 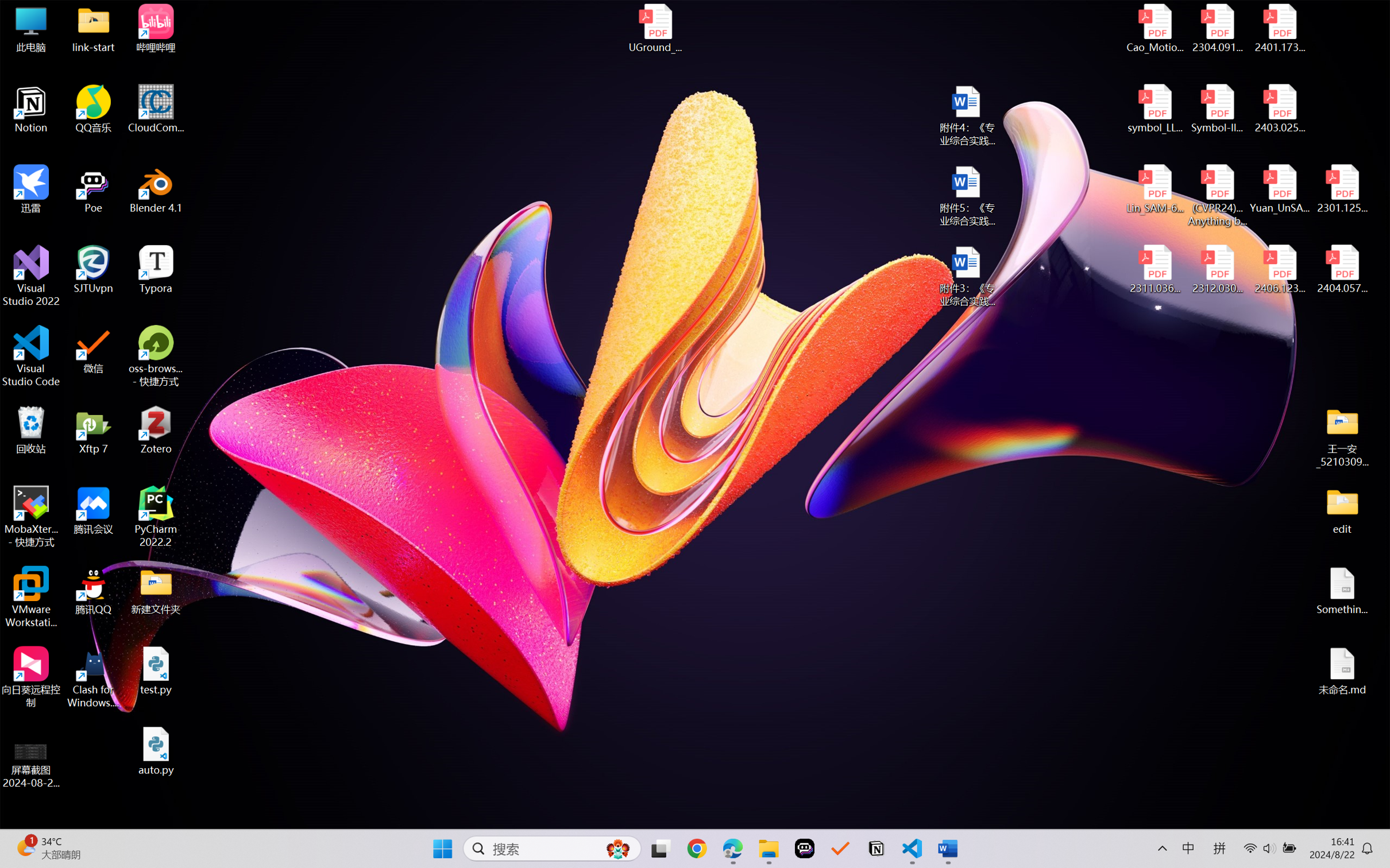 I want to click on 'UGround_paper.pdf', so click(x=655, y=28).